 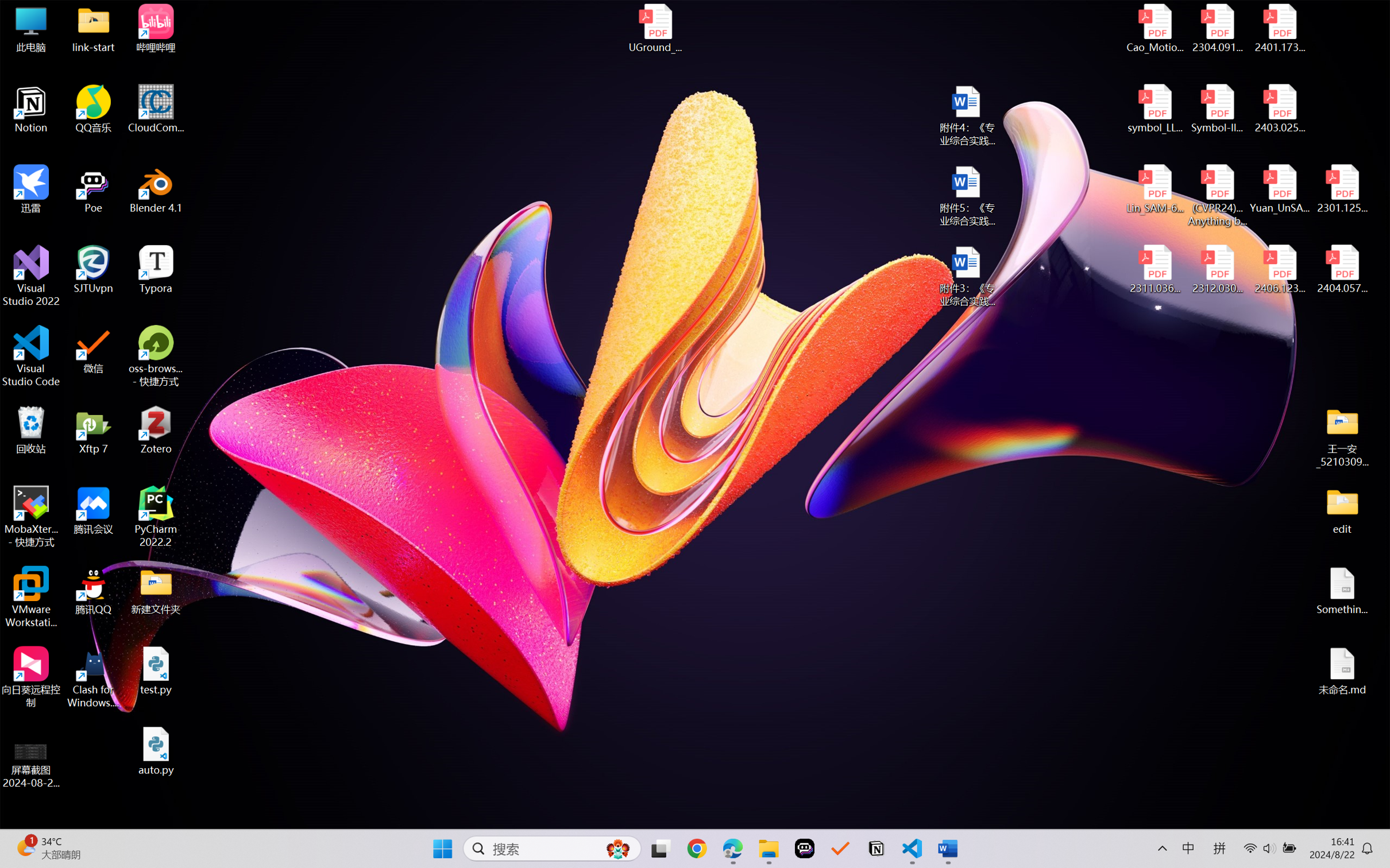 I want to click on 'UGround_paper.pdf', so click(x=655, y=28).